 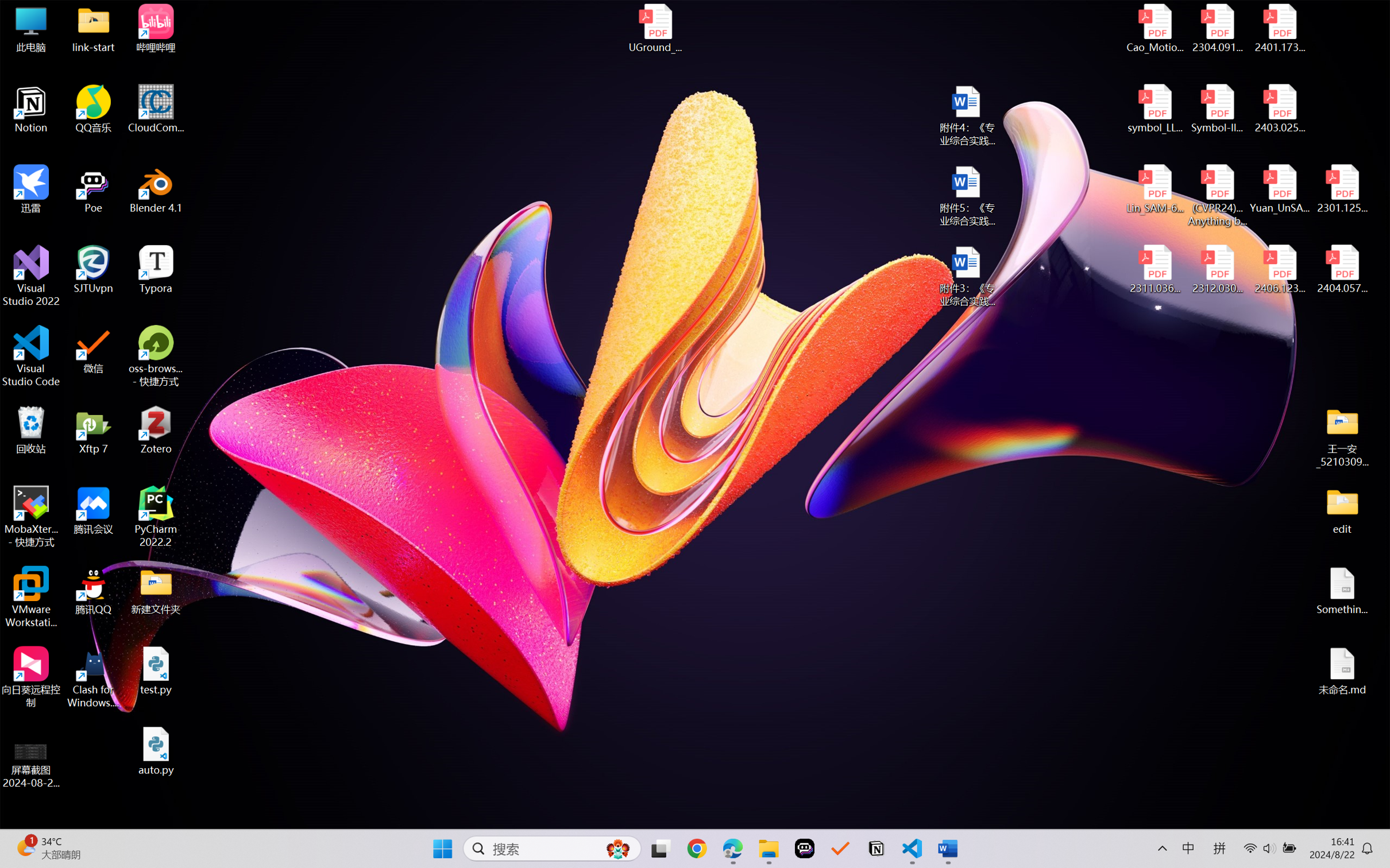 I want to click on 'UGround_paper.pdf', so click(x=655, y=28).